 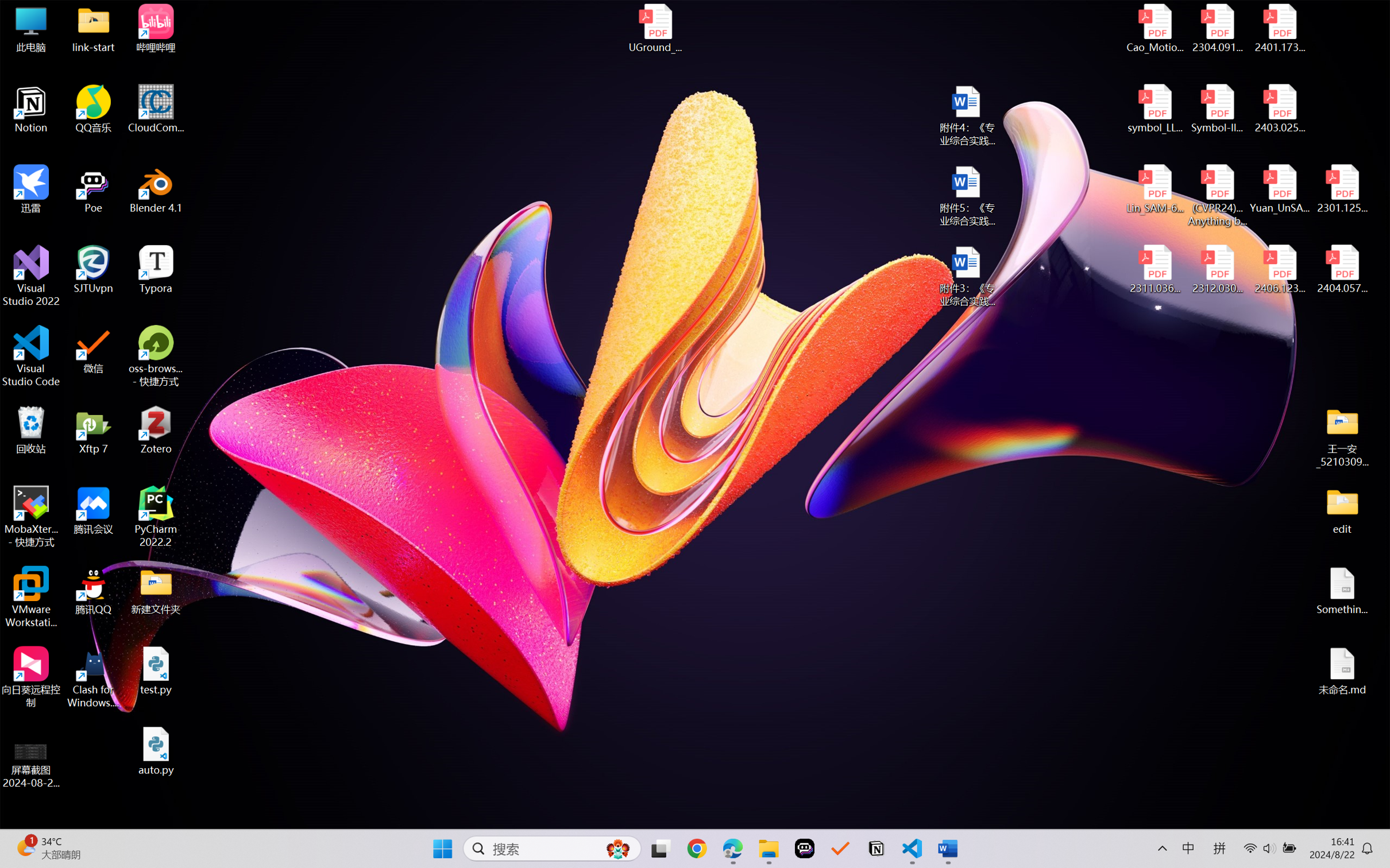 I want to click on 'UGround_paper.pdf', so click(x=655, y=28).